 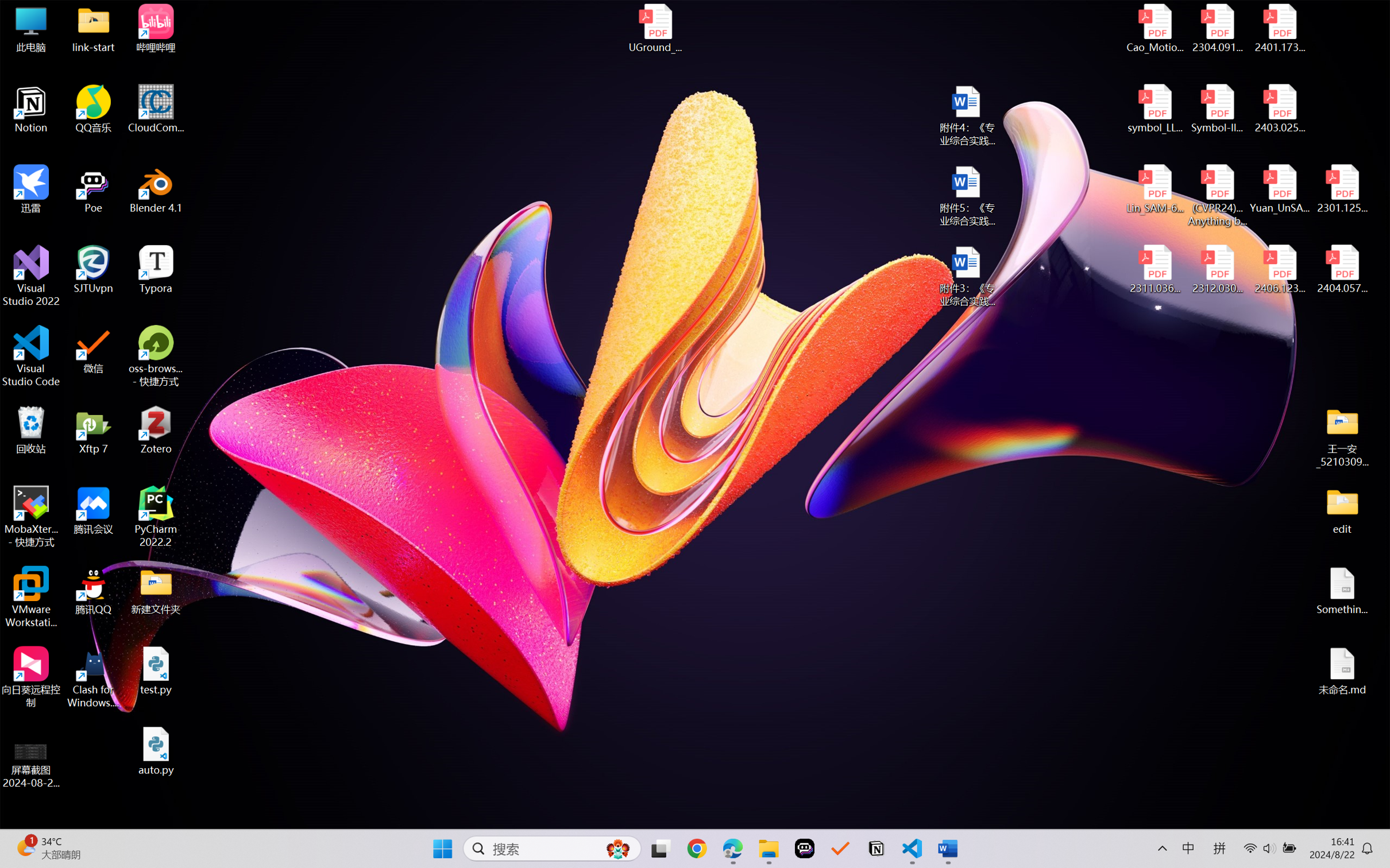 I want to click on 'UGround_paper.pdf', so click(x=655, y=28).